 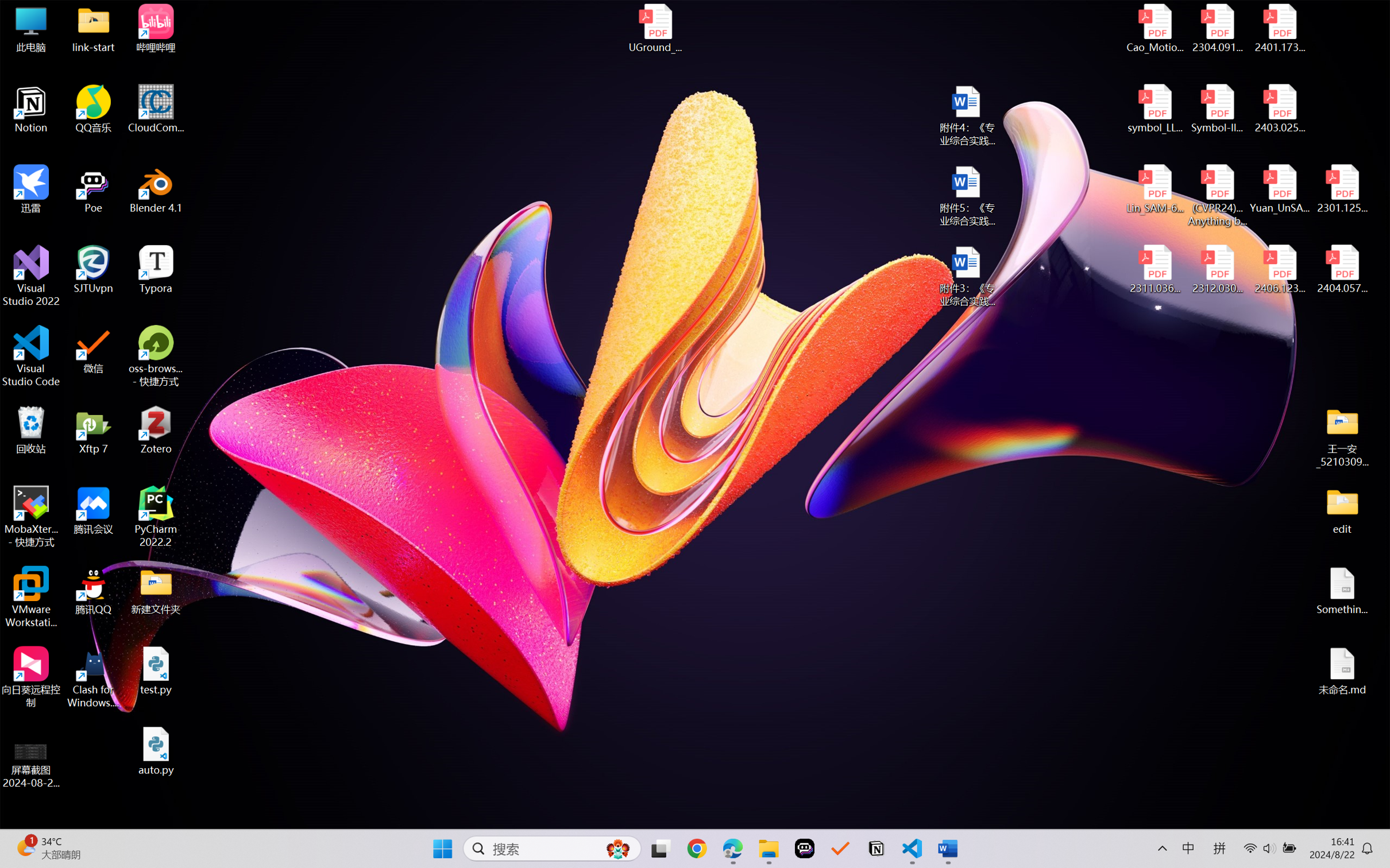 I want to click on 'UGround_paper.pdf', so click(x=655, y=28).